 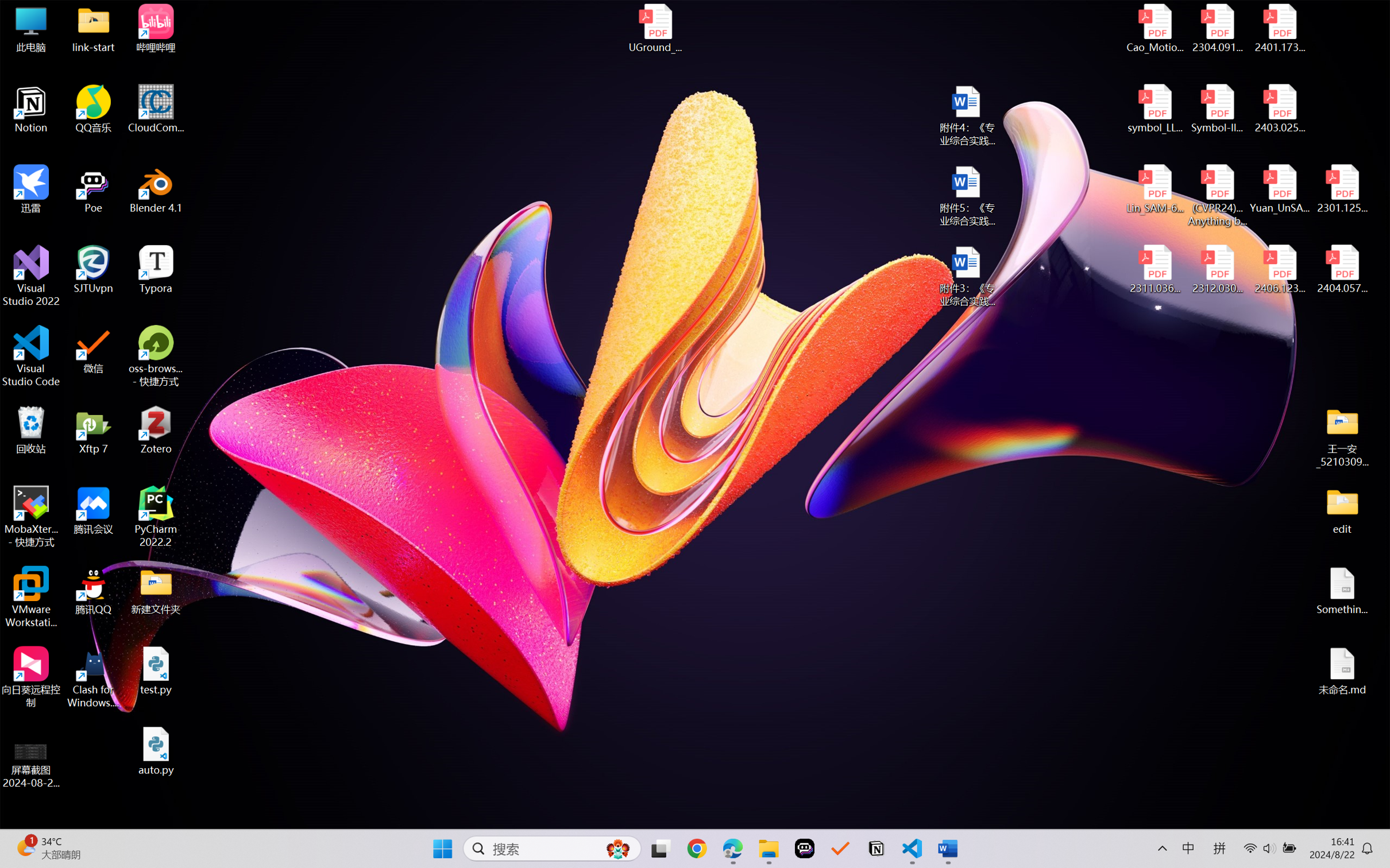 I want to click on 'UGround_paper.pdf', so click(x=655, y=28).